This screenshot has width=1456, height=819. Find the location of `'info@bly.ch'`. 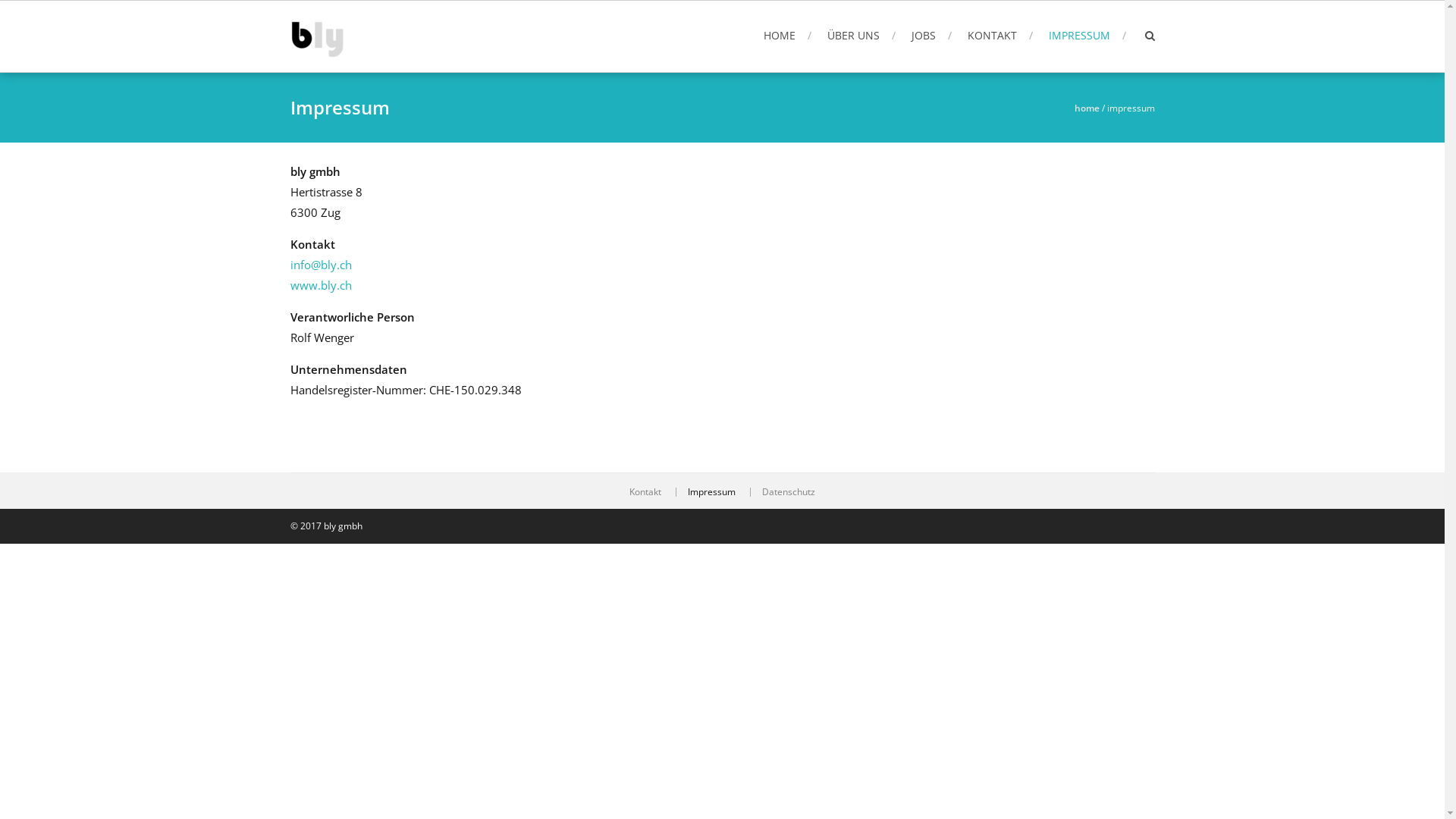

'info@bly.ch' is located at coordinates (319, 263).